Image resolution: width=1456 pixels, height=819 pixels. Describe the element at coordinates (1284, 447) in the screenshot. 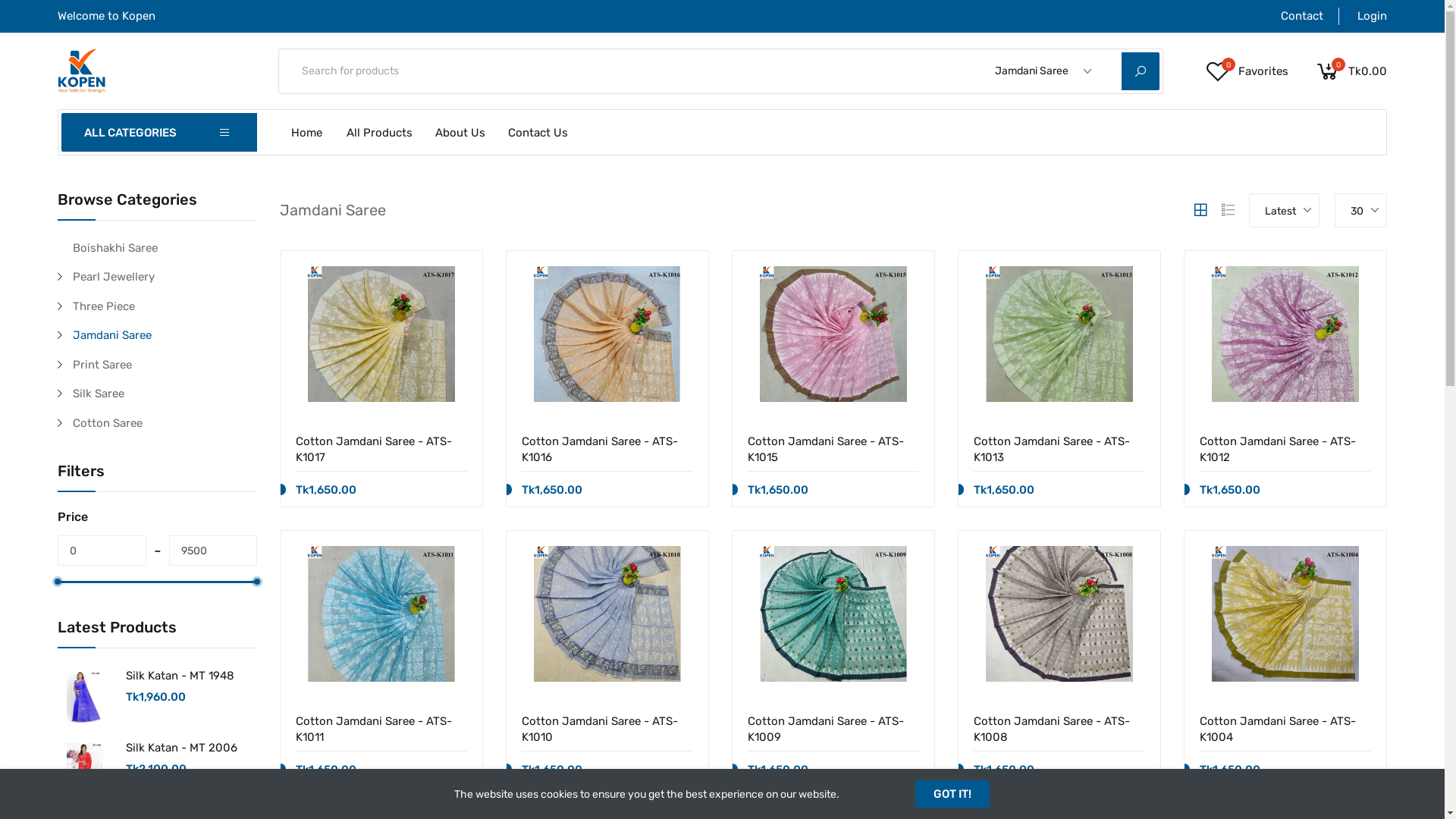

I see `'Cotton Jamdani Saree - ATS-K1012'` at that location.